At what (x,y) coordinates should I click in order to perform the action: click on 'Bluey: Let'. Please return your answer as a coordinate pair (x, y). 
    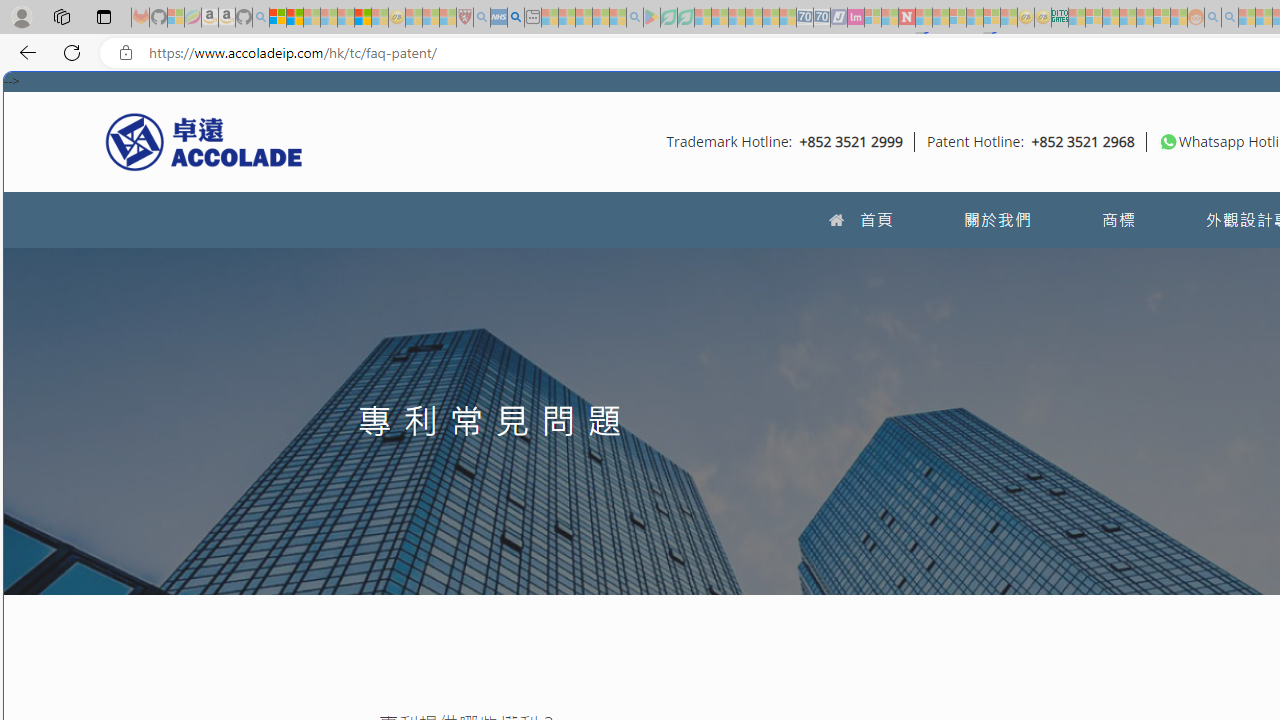
    Looking at the image, I should click on (652, 17).